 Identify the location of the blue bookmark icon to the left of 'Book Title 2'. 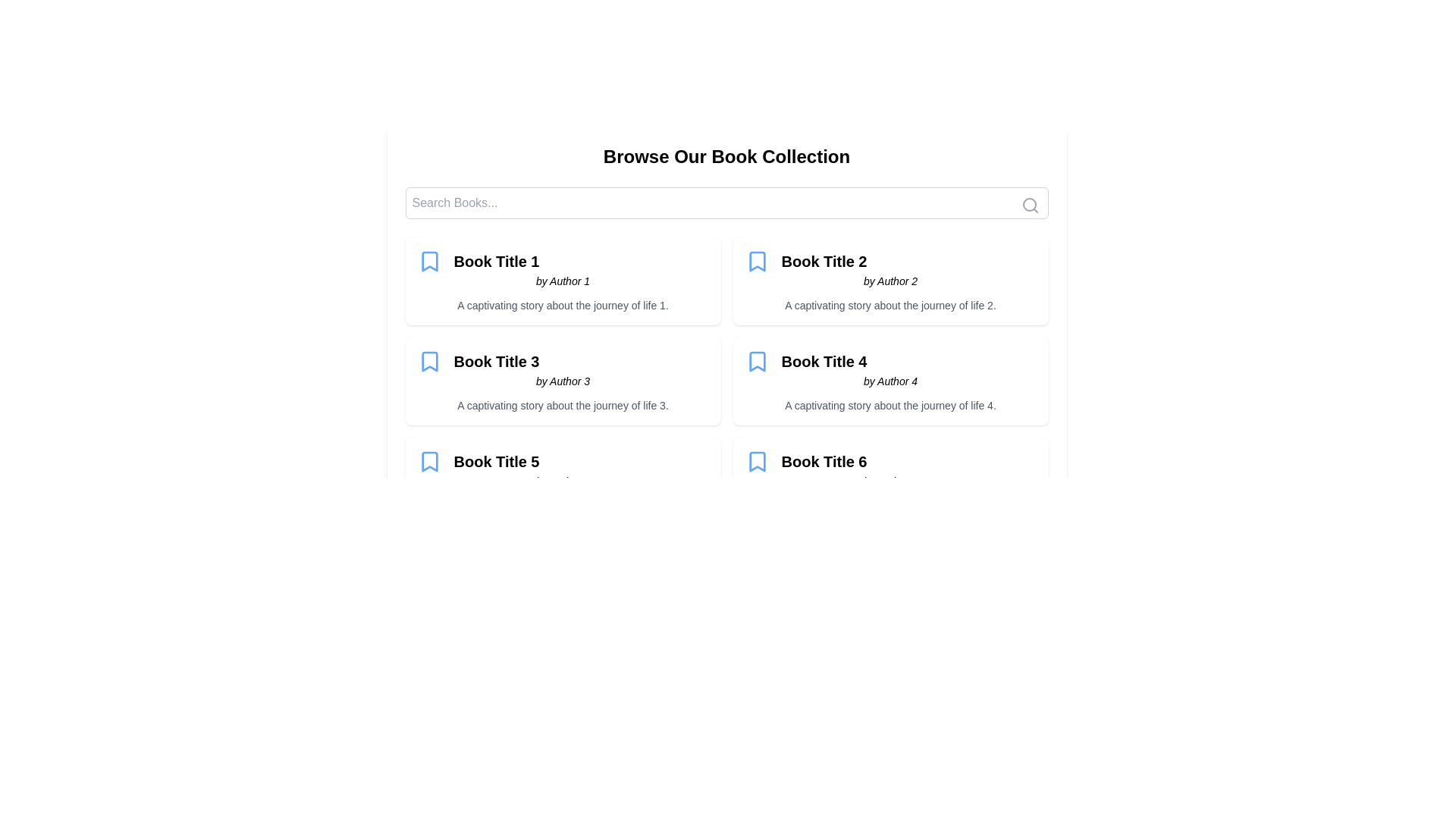
(757, 260).